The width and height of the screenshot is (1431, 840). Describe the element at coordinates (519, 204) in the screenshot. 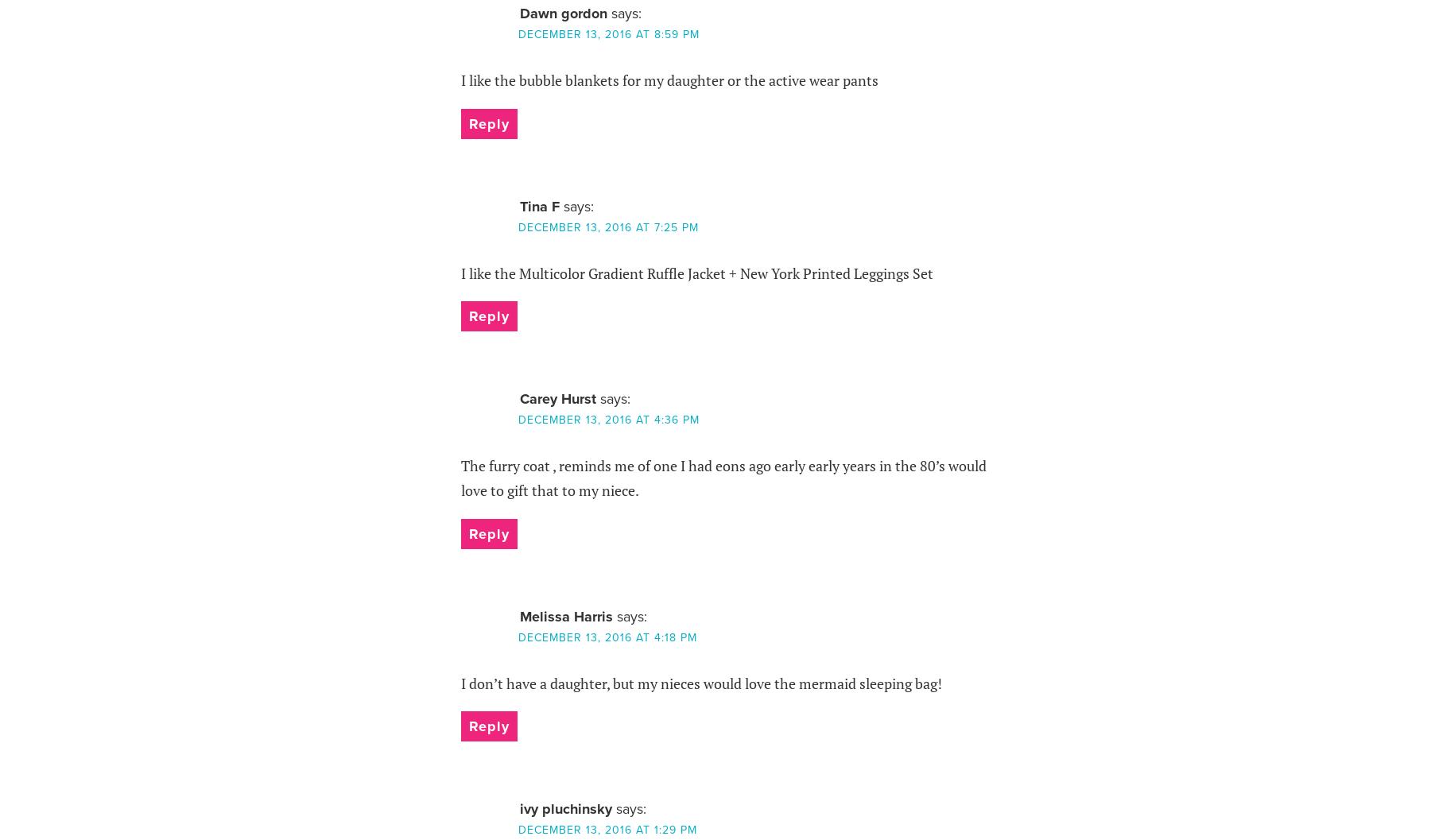

I see `'Tina F'` at that location.